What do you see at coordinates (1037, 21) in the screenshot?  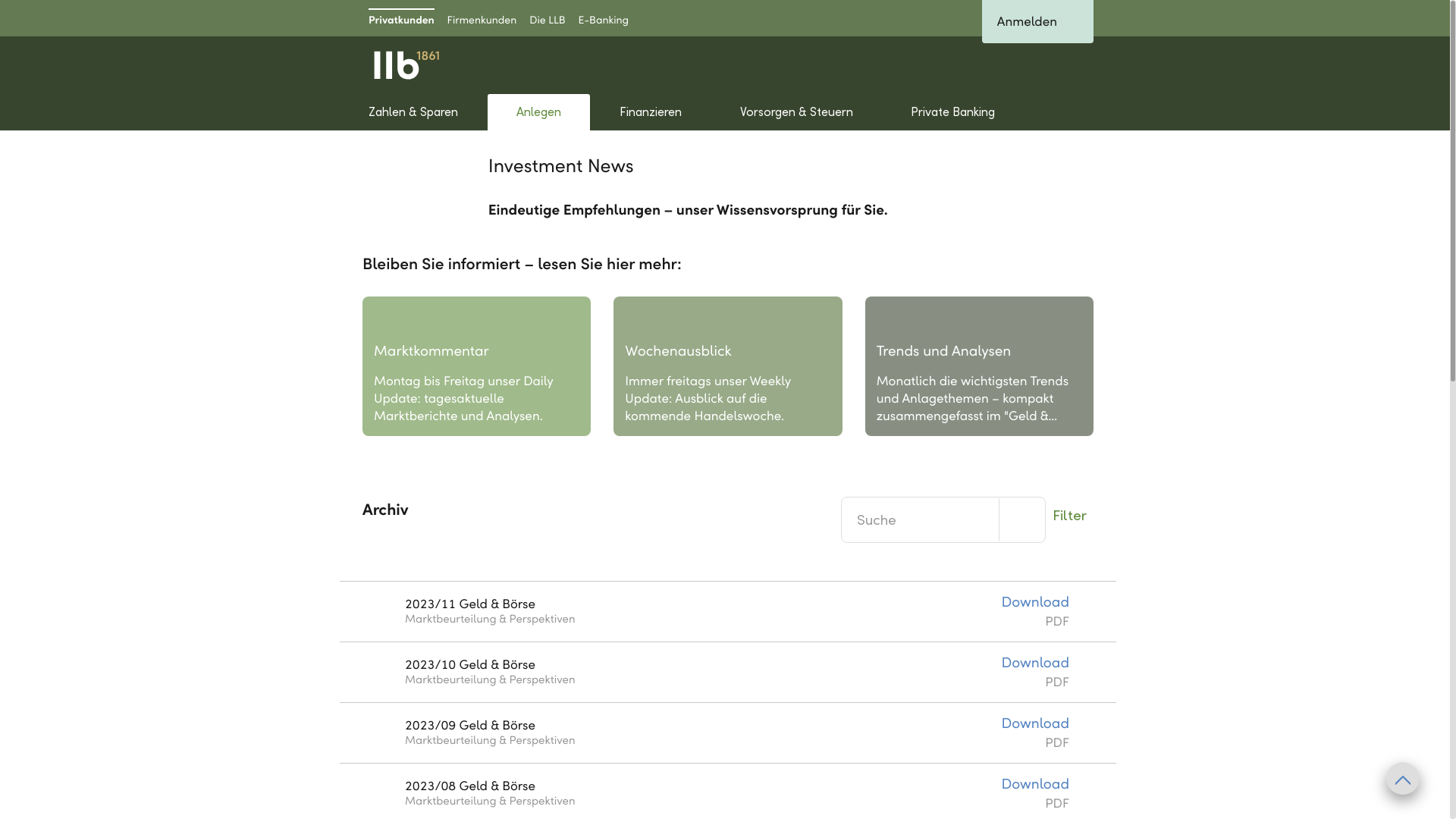 I see `'Anmelden'` at bounding box center [1037, 21].